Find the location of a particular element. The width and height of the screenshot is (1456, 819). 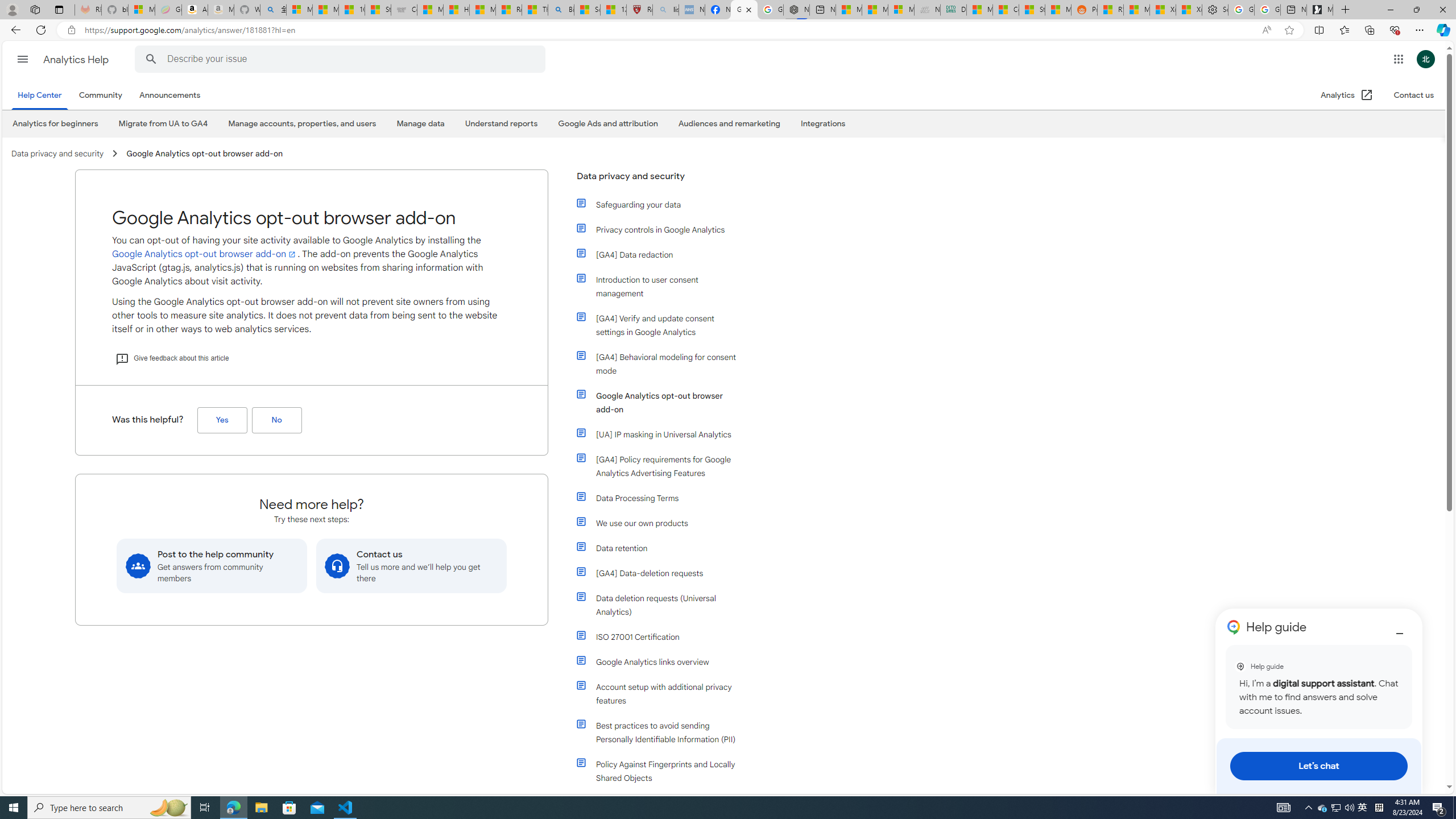

'Announcements' is located at coordinates (169, 94).